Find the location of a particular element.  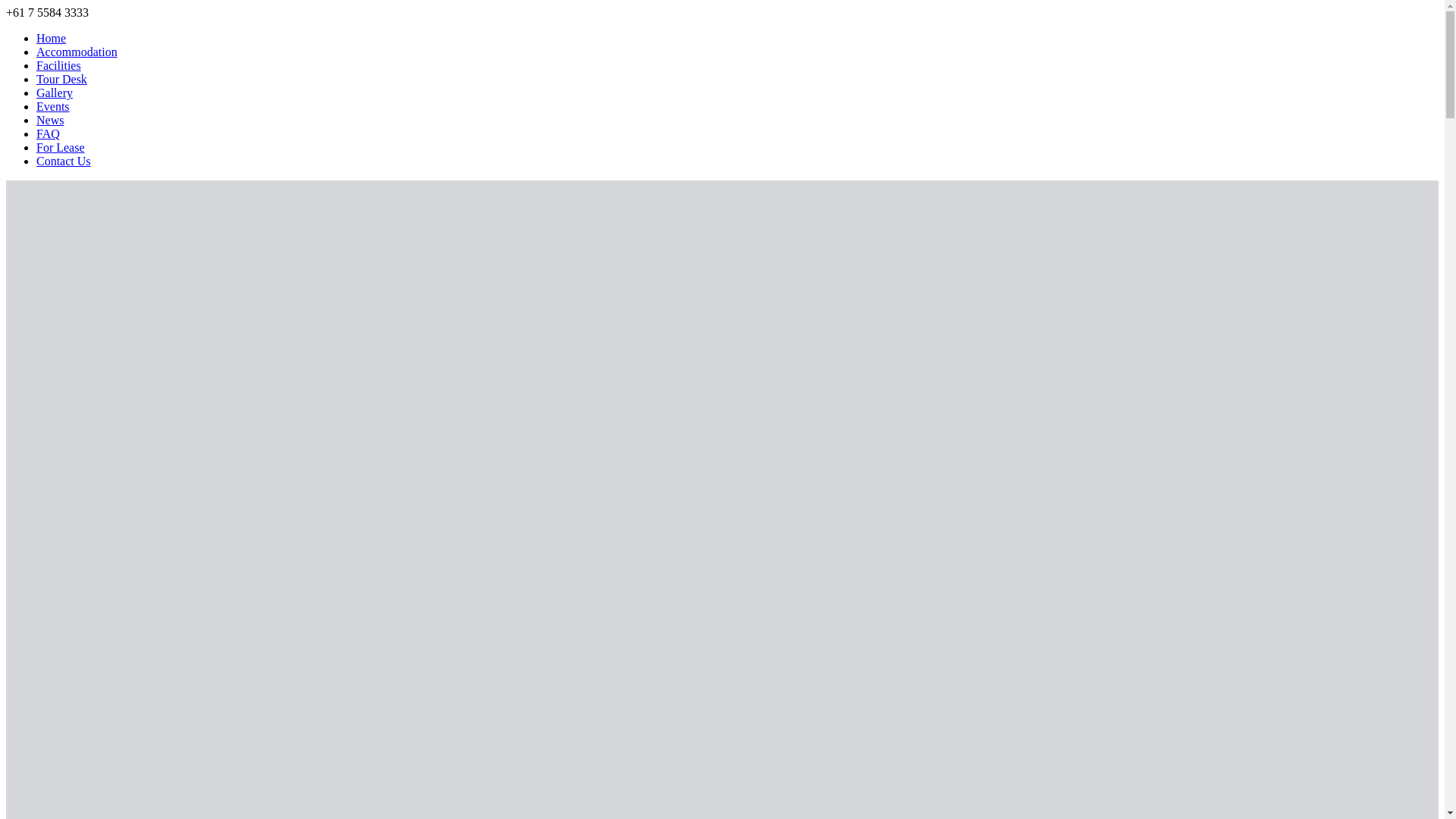

'Accommodation' is located at coordinates (36, 51).